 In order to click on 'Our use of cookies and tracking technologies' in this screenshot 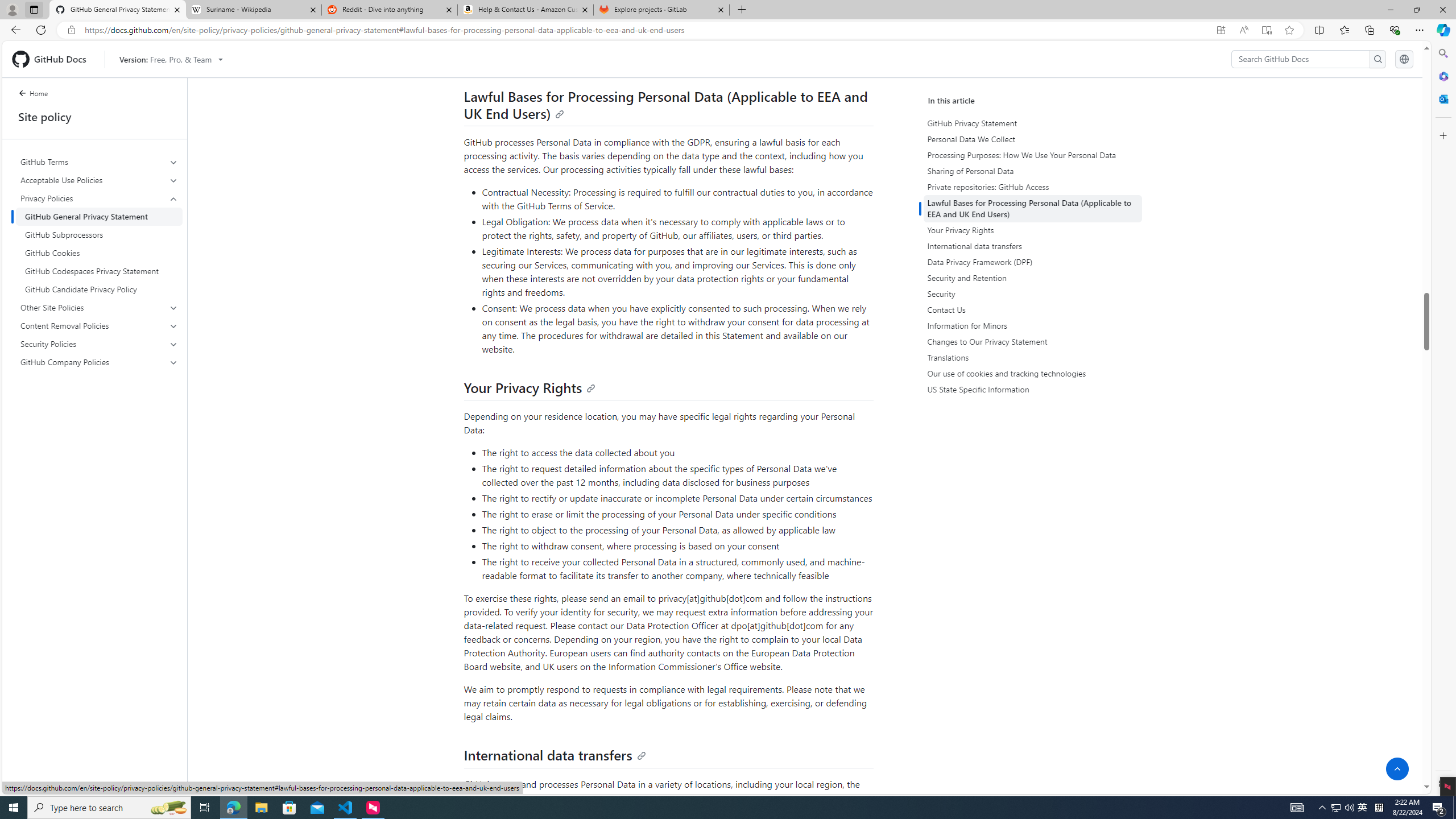, I will do `click(1032, 373)`.